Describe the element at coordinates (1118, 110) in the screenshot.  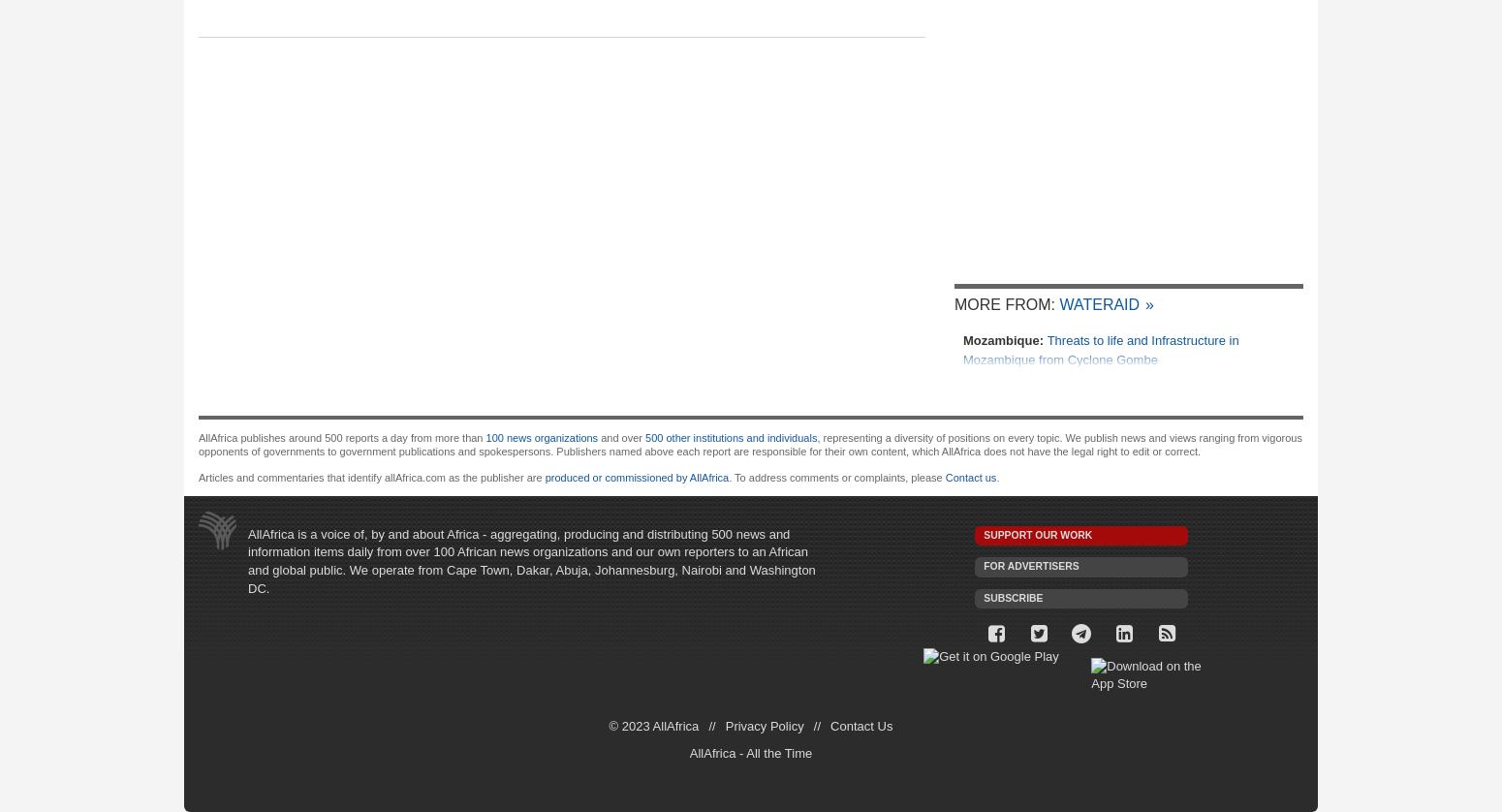
I see `'Ethiopia, Venezuela to Deepen Ties'` at that location.